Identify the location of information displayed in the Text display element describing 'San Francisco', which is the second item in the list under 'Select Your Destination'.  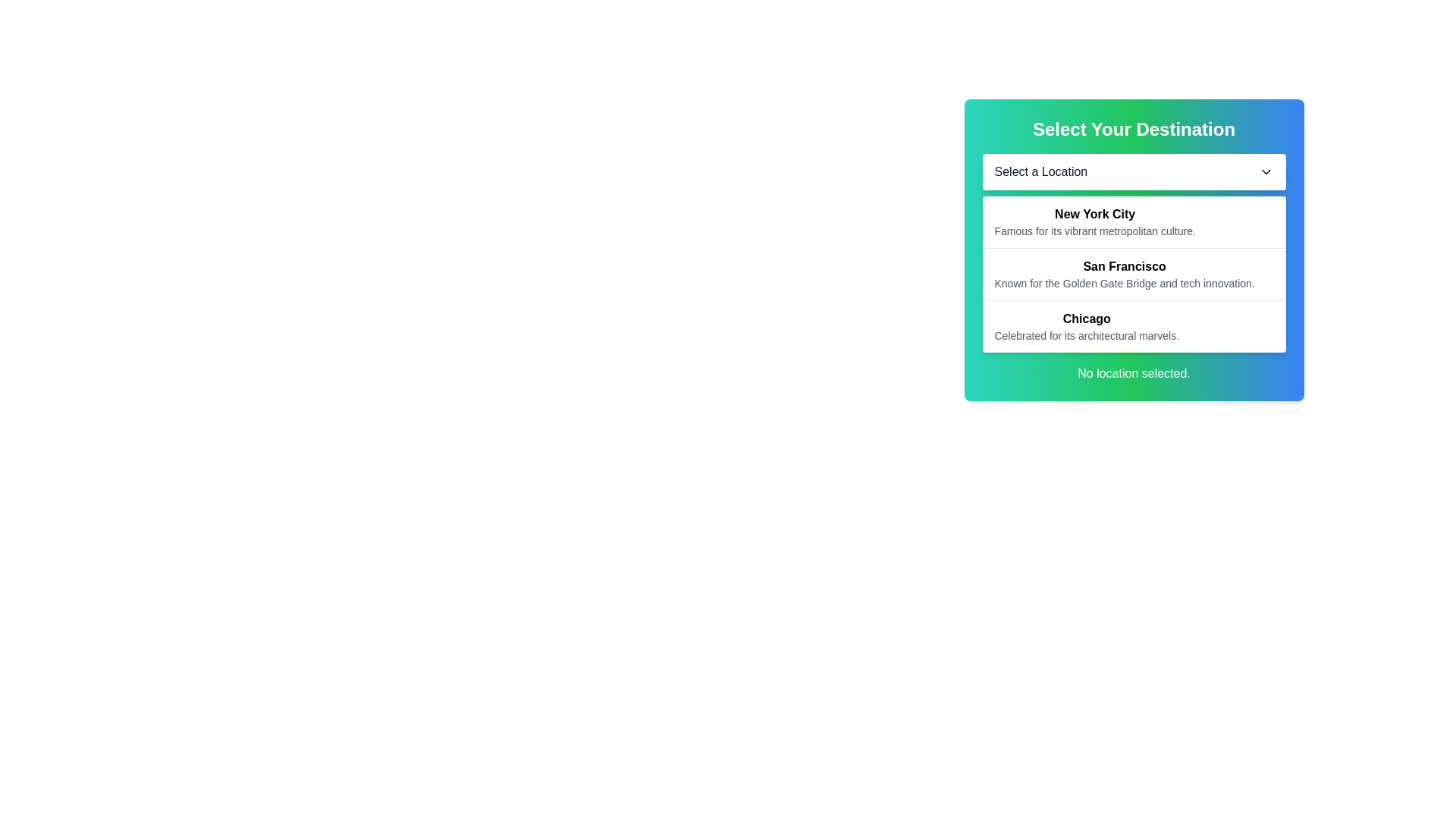
(1125, 275).